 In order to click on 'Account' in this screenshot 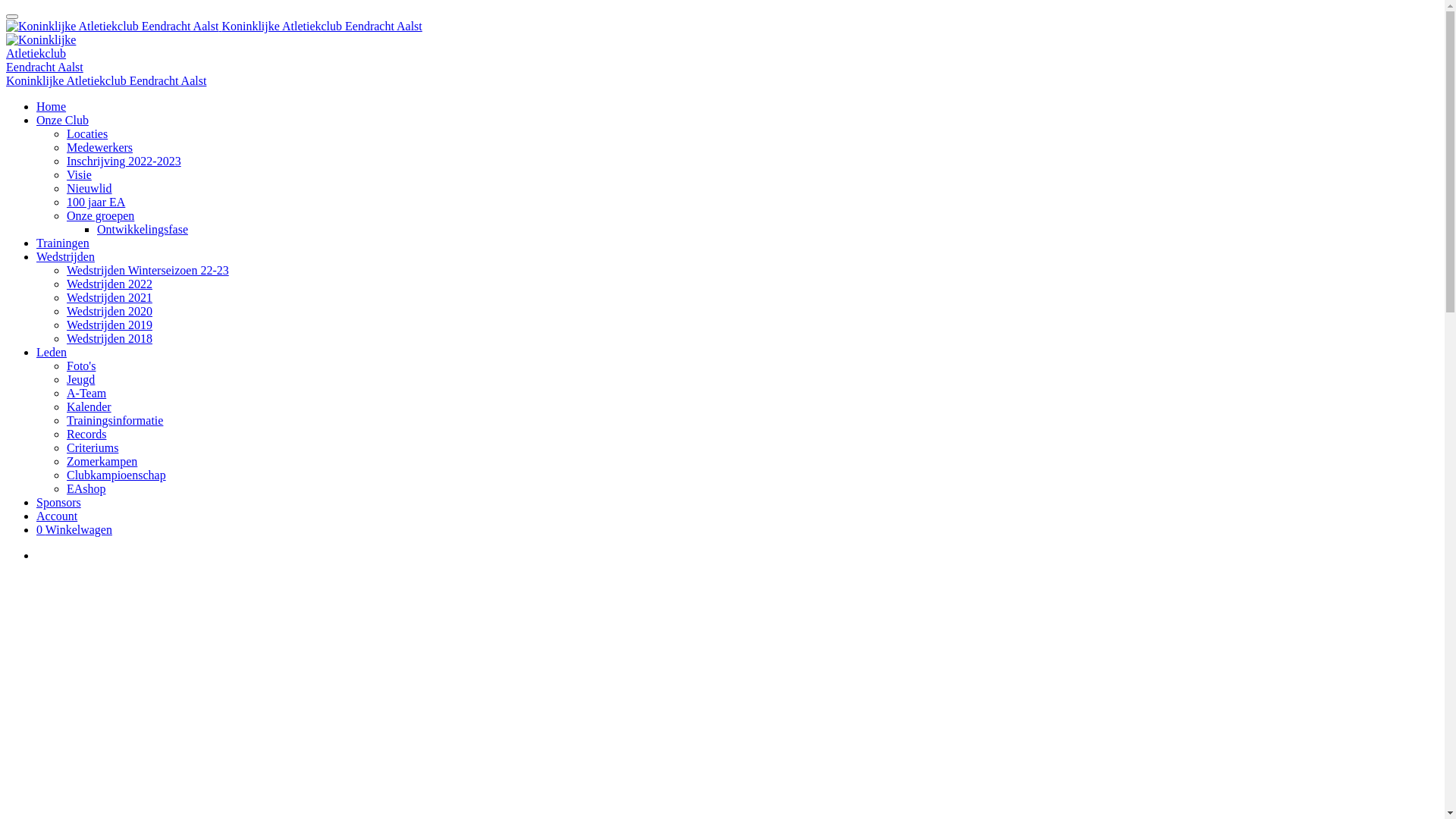, I will do `click(57, 515)`.